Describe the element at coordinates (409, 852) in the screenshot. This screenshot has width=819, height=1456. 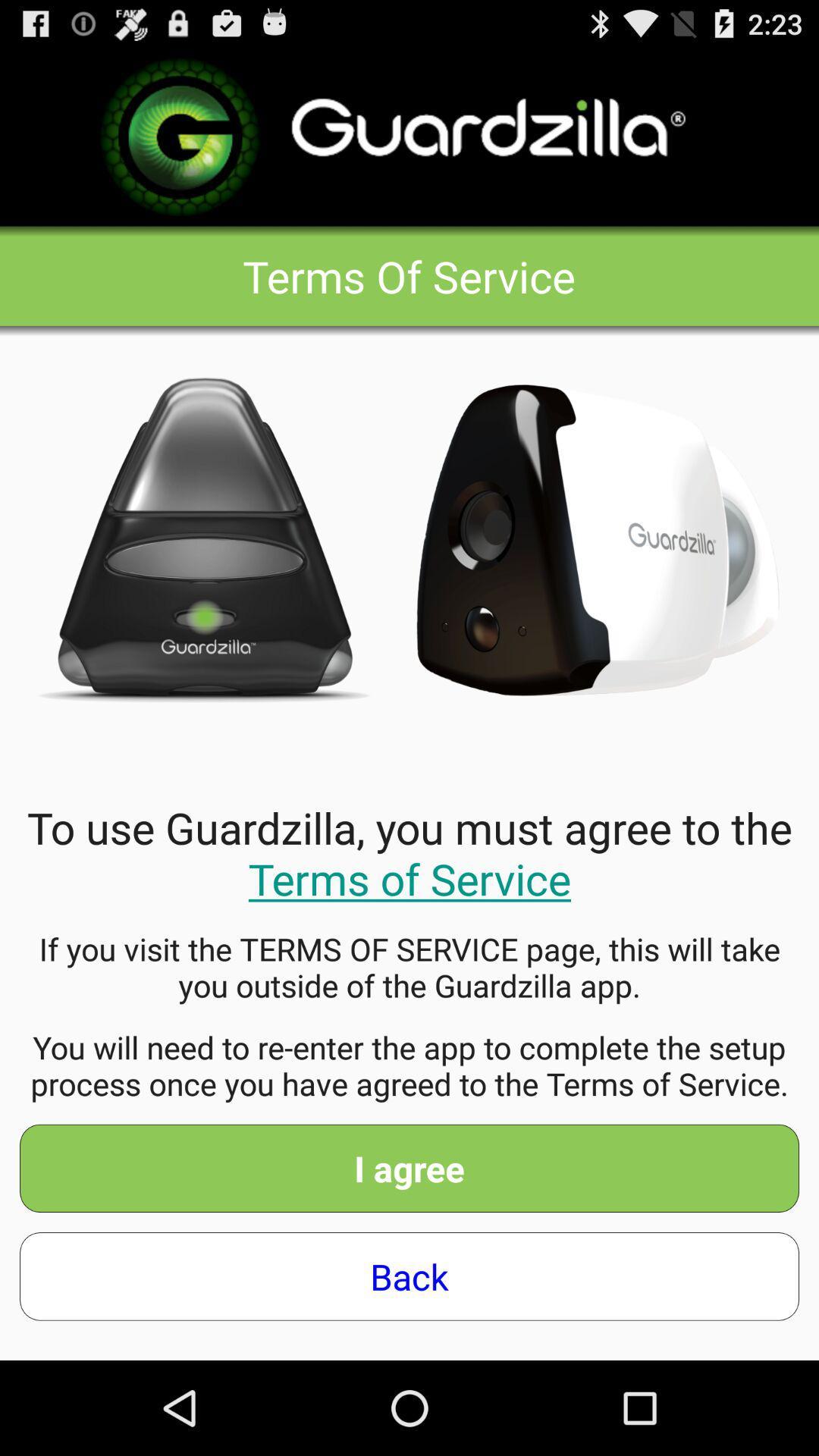
I see `to use guardzilla item` at that location.